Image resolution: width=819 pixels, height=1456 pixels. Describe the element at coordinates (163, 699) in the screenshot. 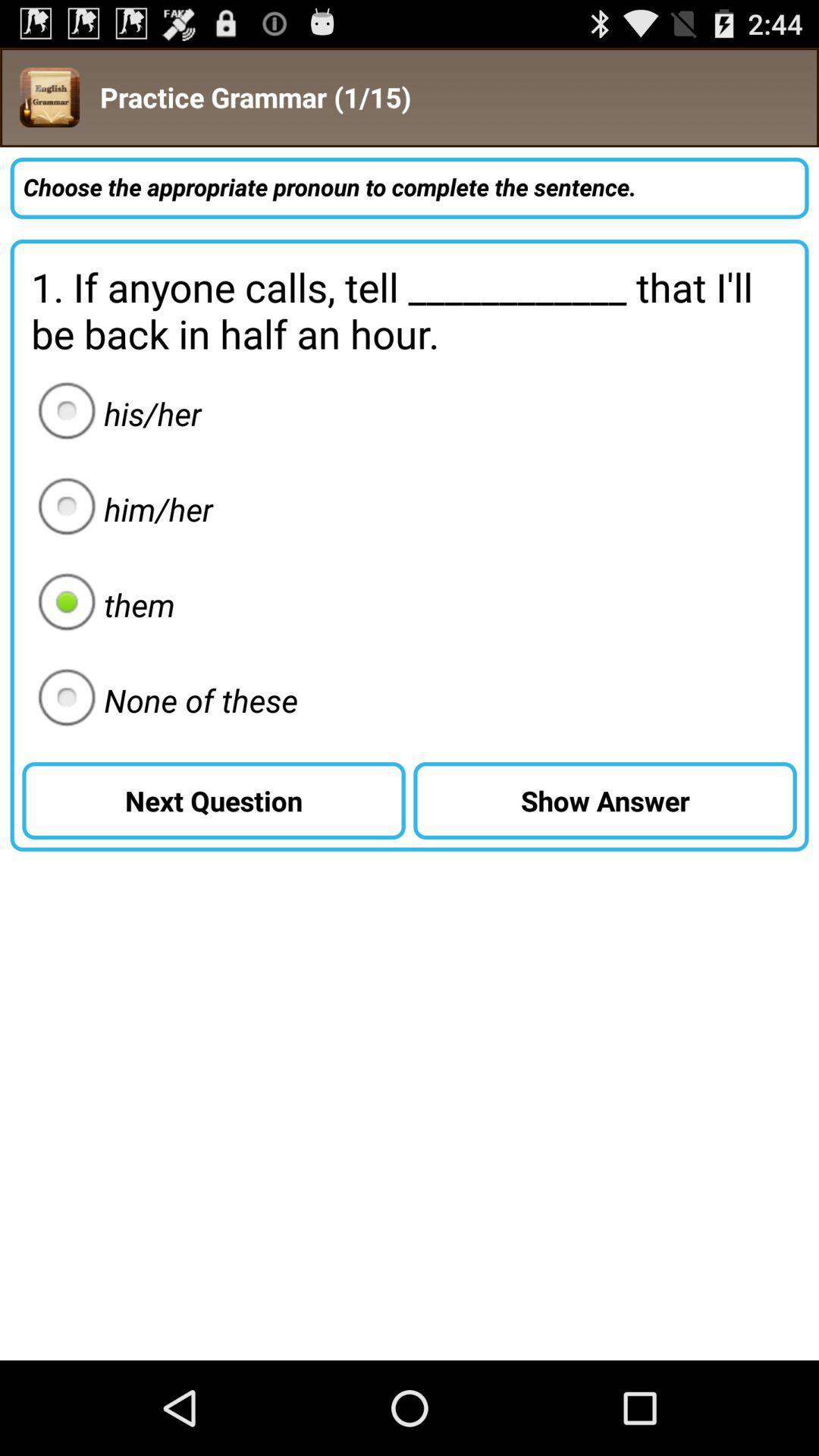

I see `the radio button below them item` at that location.